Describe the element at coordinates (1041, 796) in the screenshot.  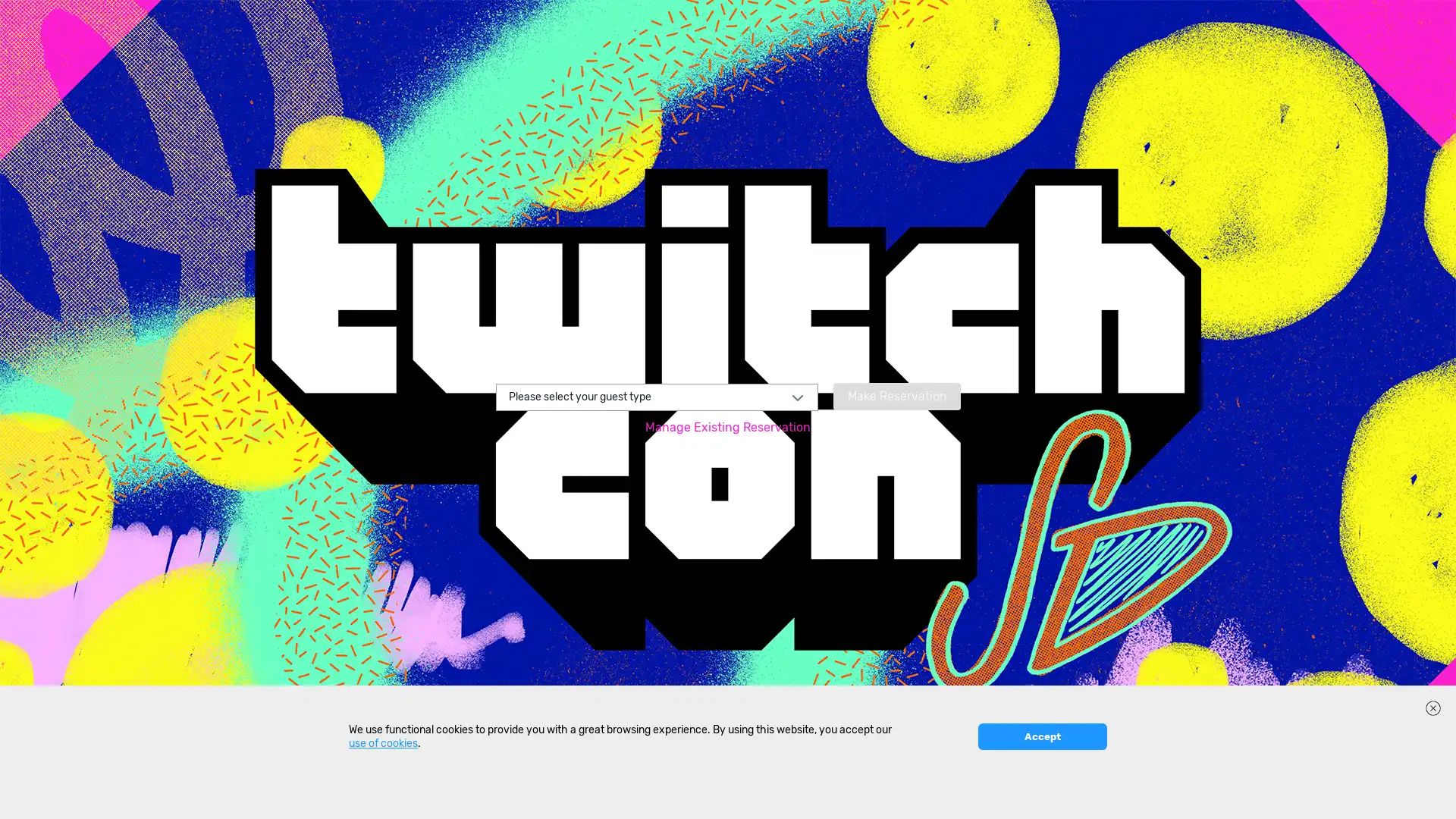
I see `Accept` at that location.